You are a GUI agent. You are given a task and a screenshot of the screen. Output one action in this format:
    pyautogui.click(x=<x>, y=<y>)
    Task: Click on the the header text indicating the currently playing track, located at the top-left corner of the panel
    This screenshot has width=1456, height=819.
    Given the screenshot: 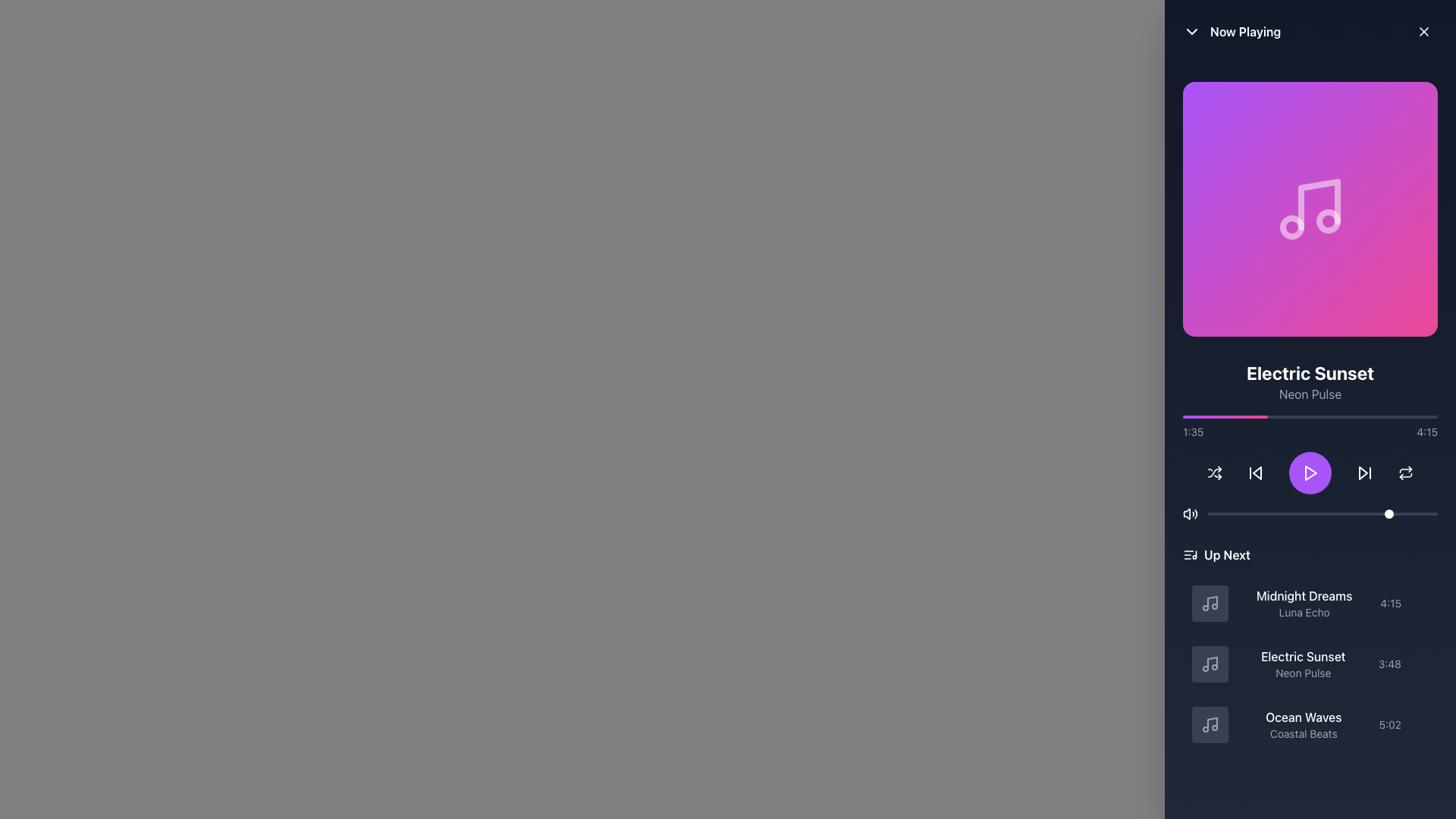 What is the action you would take?
    pyautogui.click(x=1232, y=32)
    